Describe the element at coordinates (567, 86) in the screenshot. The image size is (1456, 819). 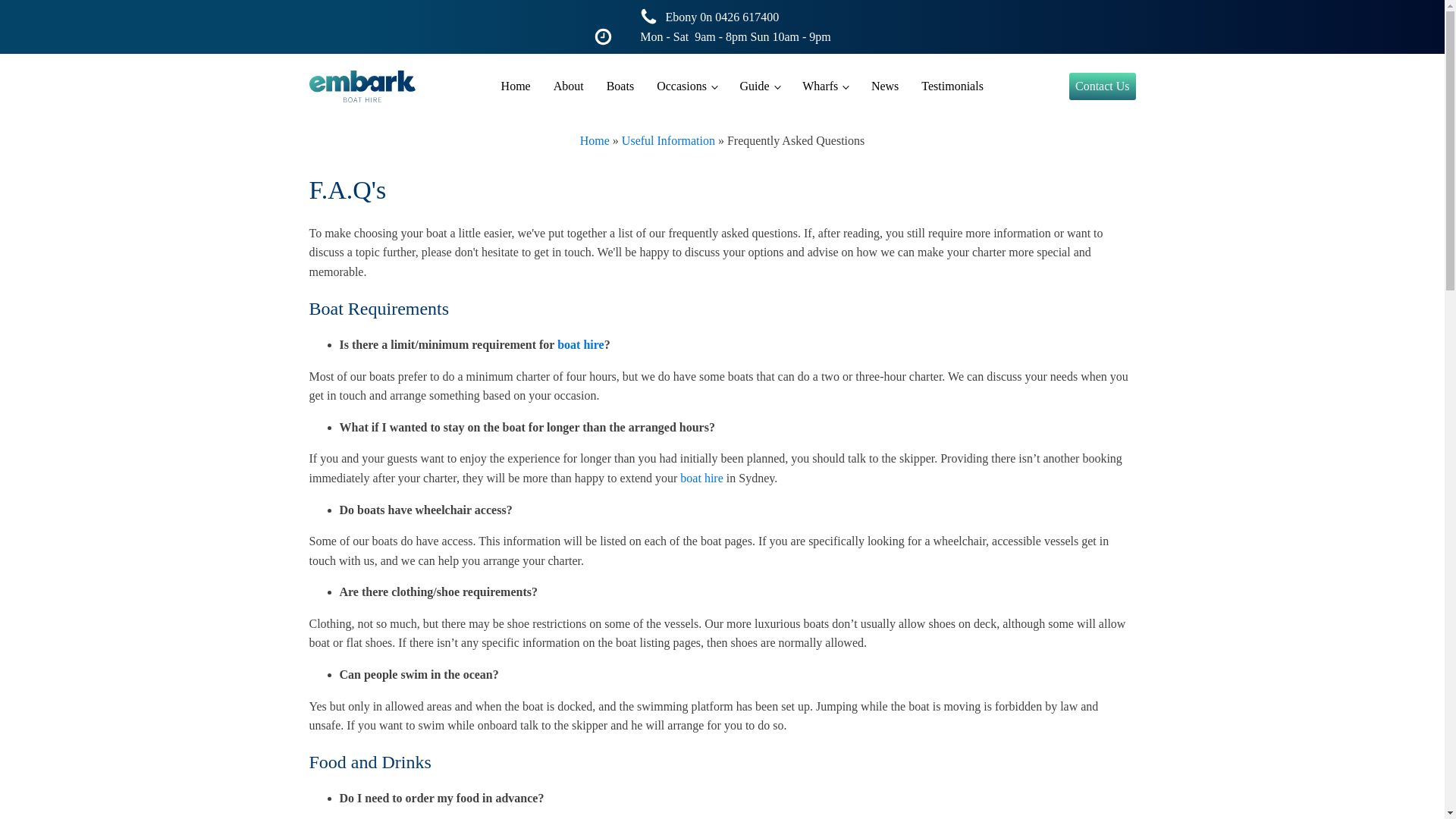
I see `'About'` at that location.